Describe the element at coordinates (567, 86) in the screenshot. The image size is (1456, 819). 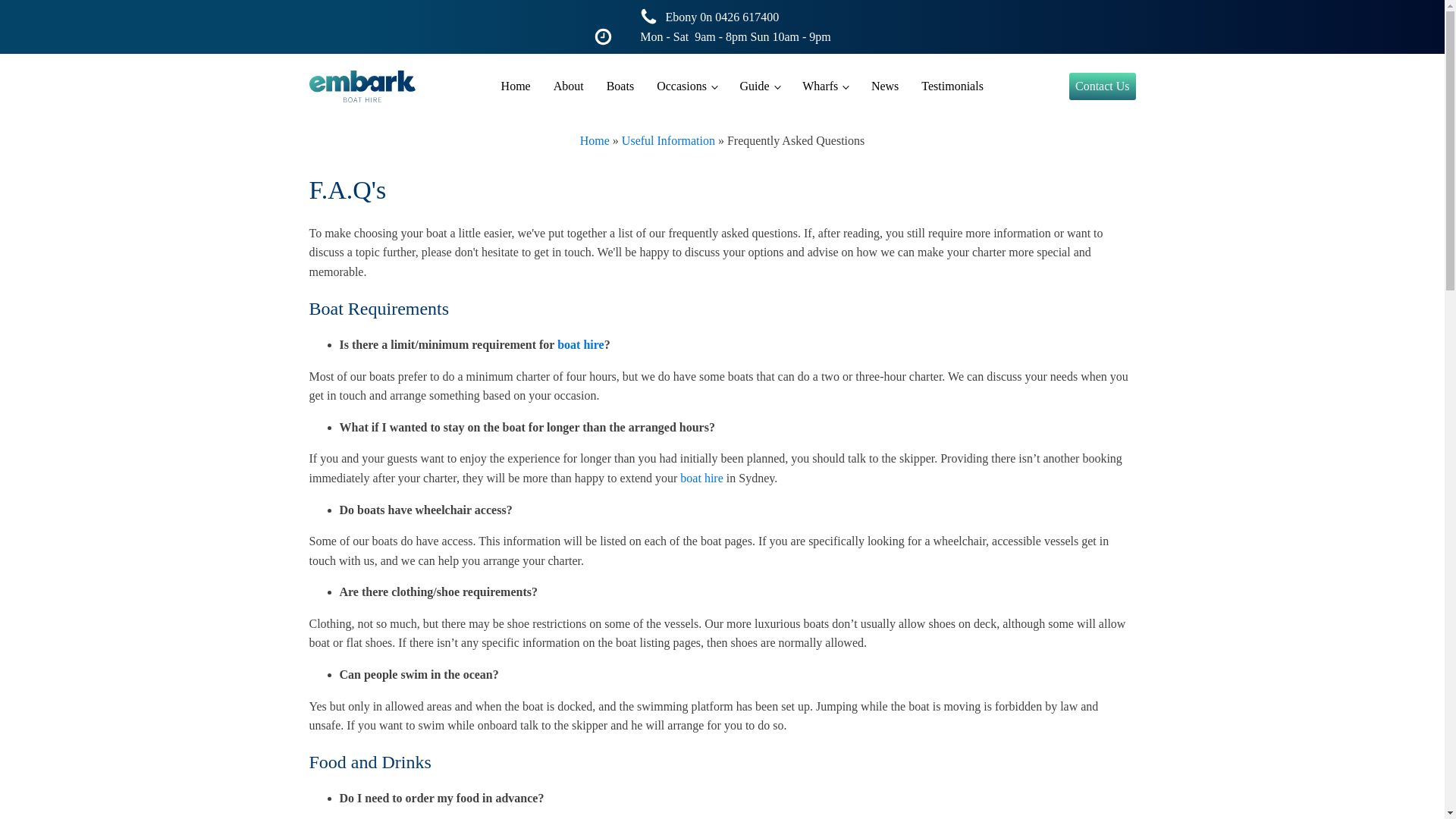
I see `'About'` at that location.